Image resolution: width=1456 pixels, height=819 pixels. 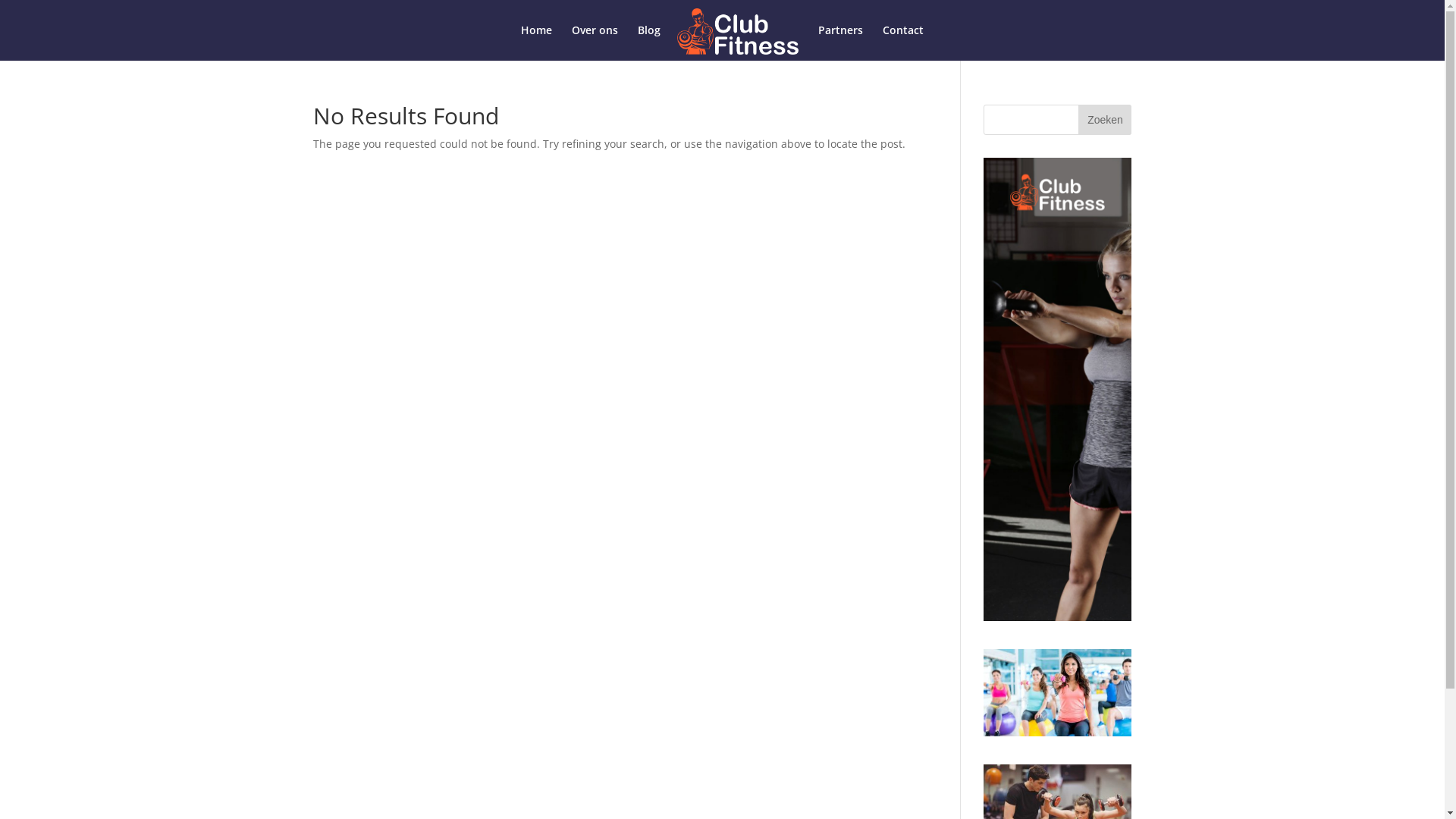 I want to click on 'Blog', so click(x=637, y=42).